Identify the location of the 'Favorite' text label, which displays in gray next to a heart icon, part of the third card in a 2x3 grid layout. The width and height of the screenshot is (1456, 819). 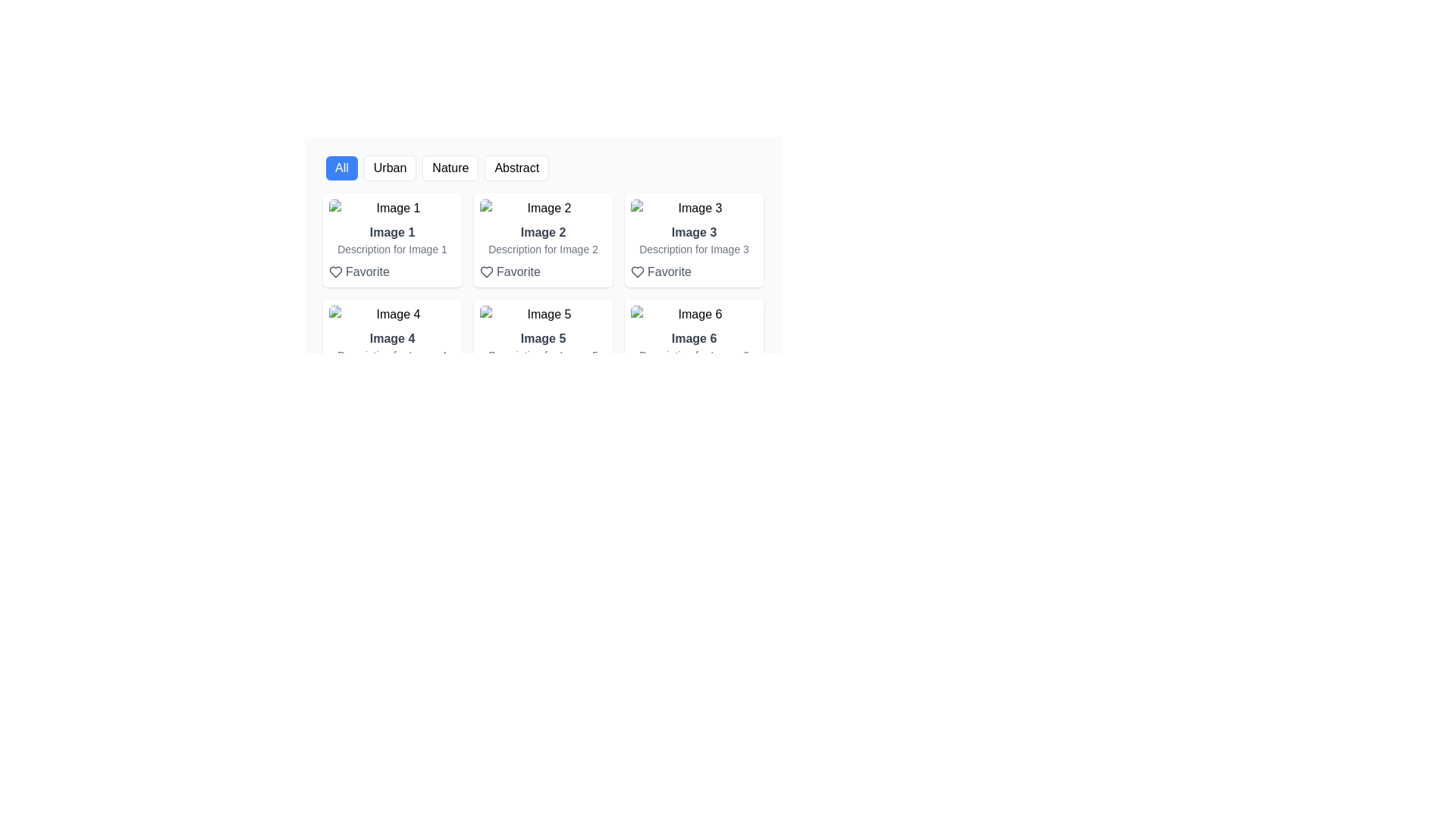
(668, 271).